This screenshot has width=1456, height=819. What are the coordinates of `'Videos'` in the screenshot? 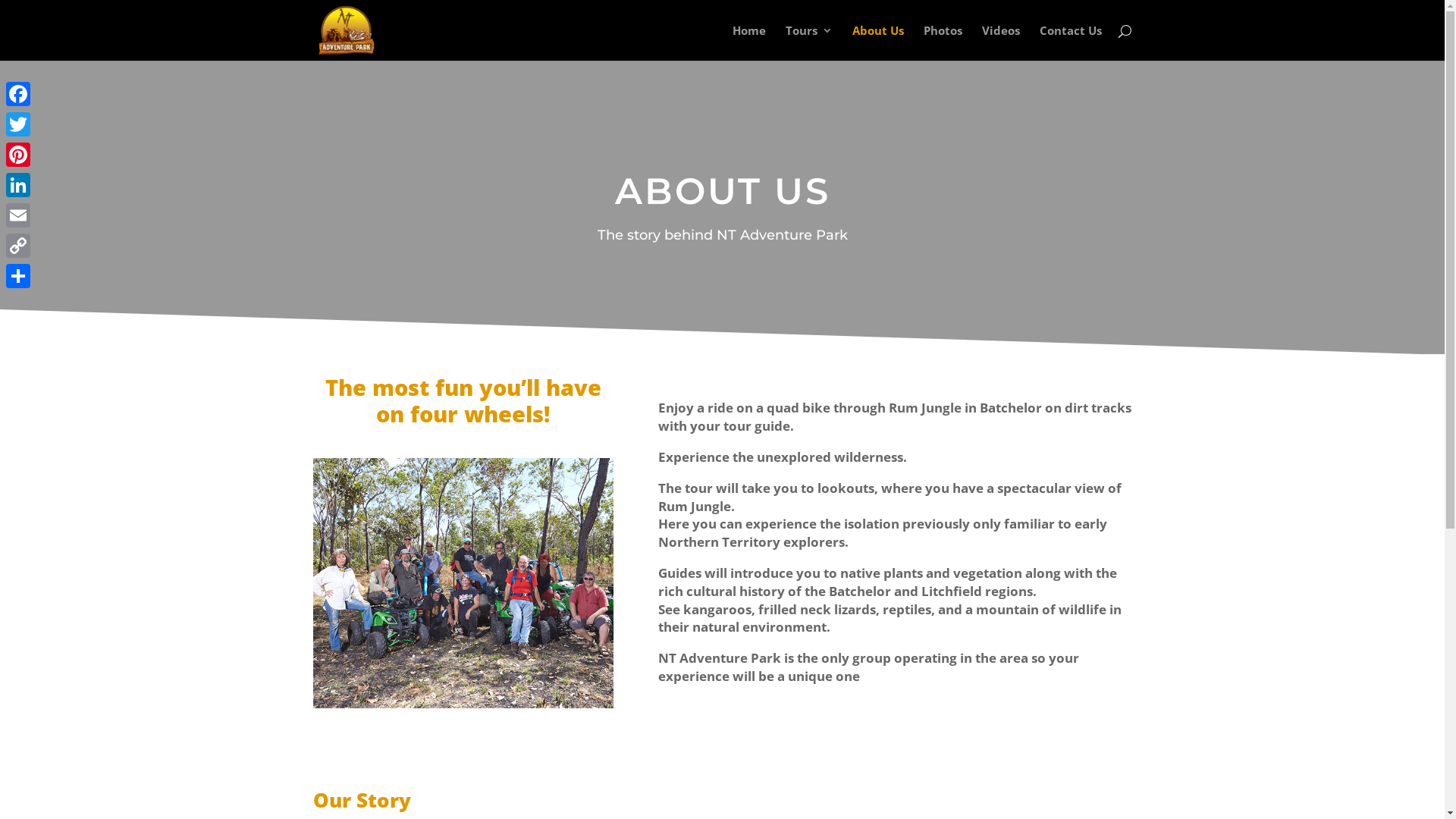 It's located at (981, 42).